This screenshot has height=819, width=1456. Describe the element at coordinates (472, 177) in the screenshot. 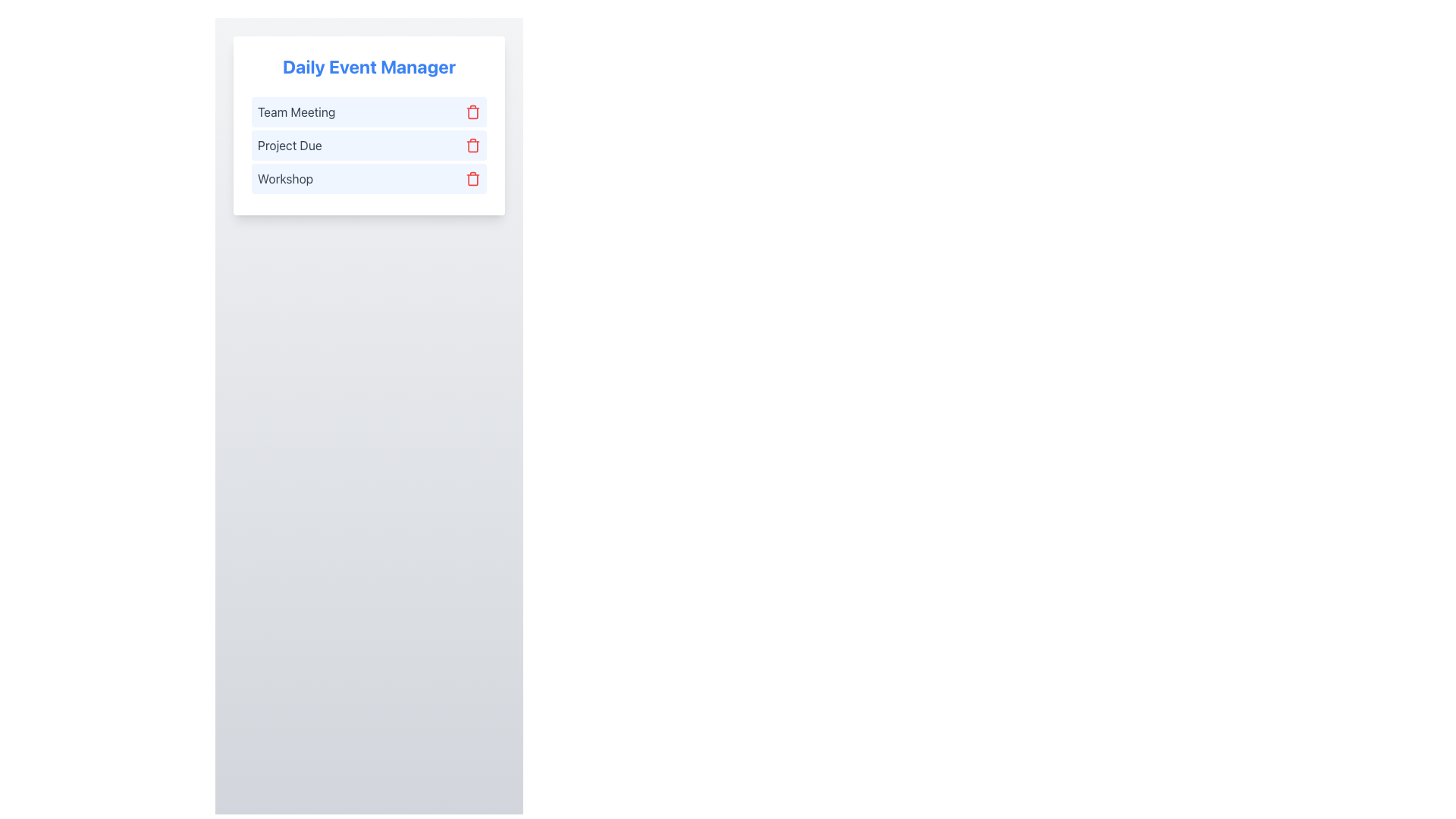

I see `the delete button located on the rightmost side of the 'Workshop' row` at that location.